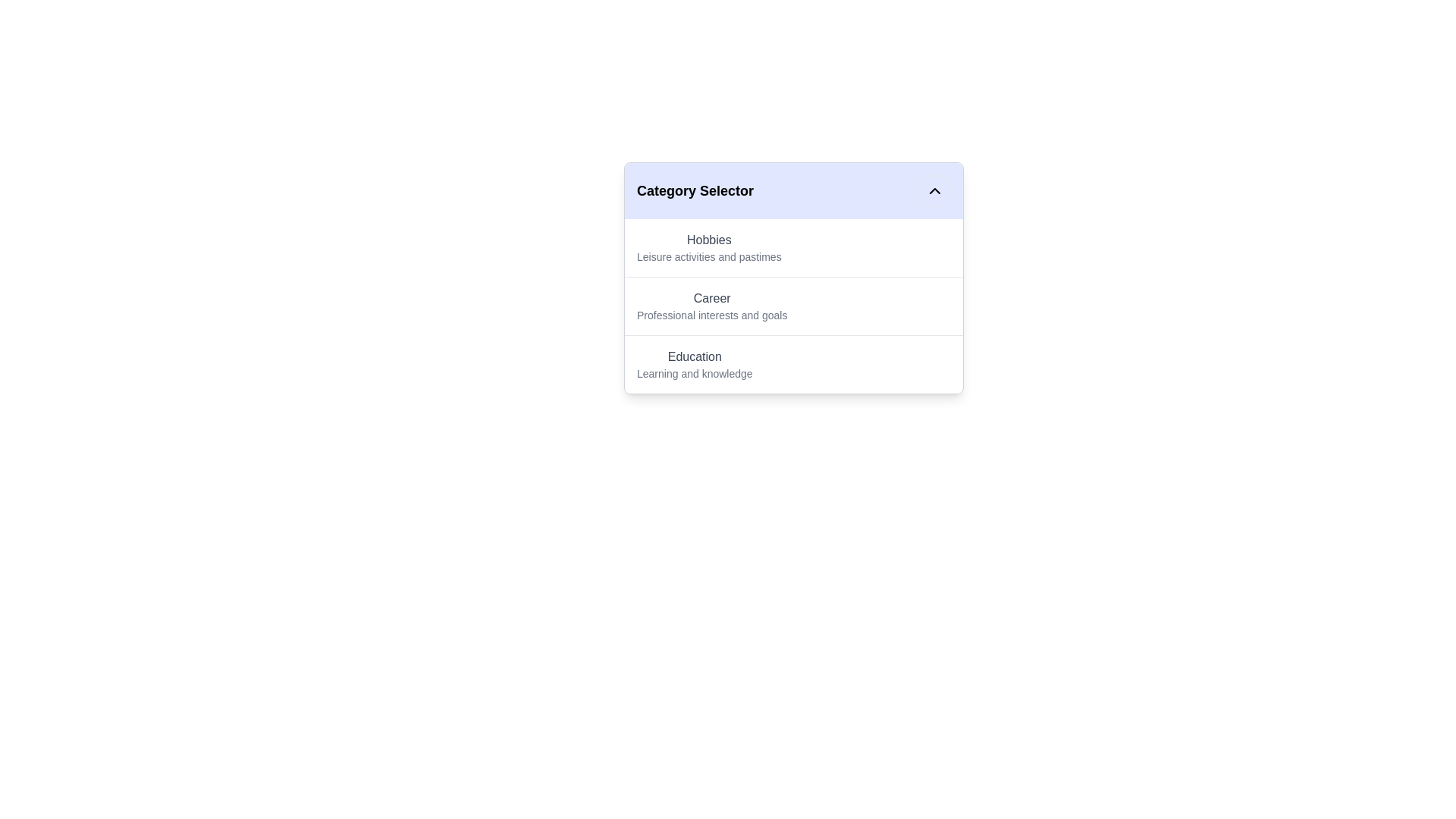  Describe the element at coordinates (711, 306) in the screenshot. I see `the 'Career' category label located in the 'Category Selector' menu, positioned between 'Hobbies' and 'Education'` at that location.